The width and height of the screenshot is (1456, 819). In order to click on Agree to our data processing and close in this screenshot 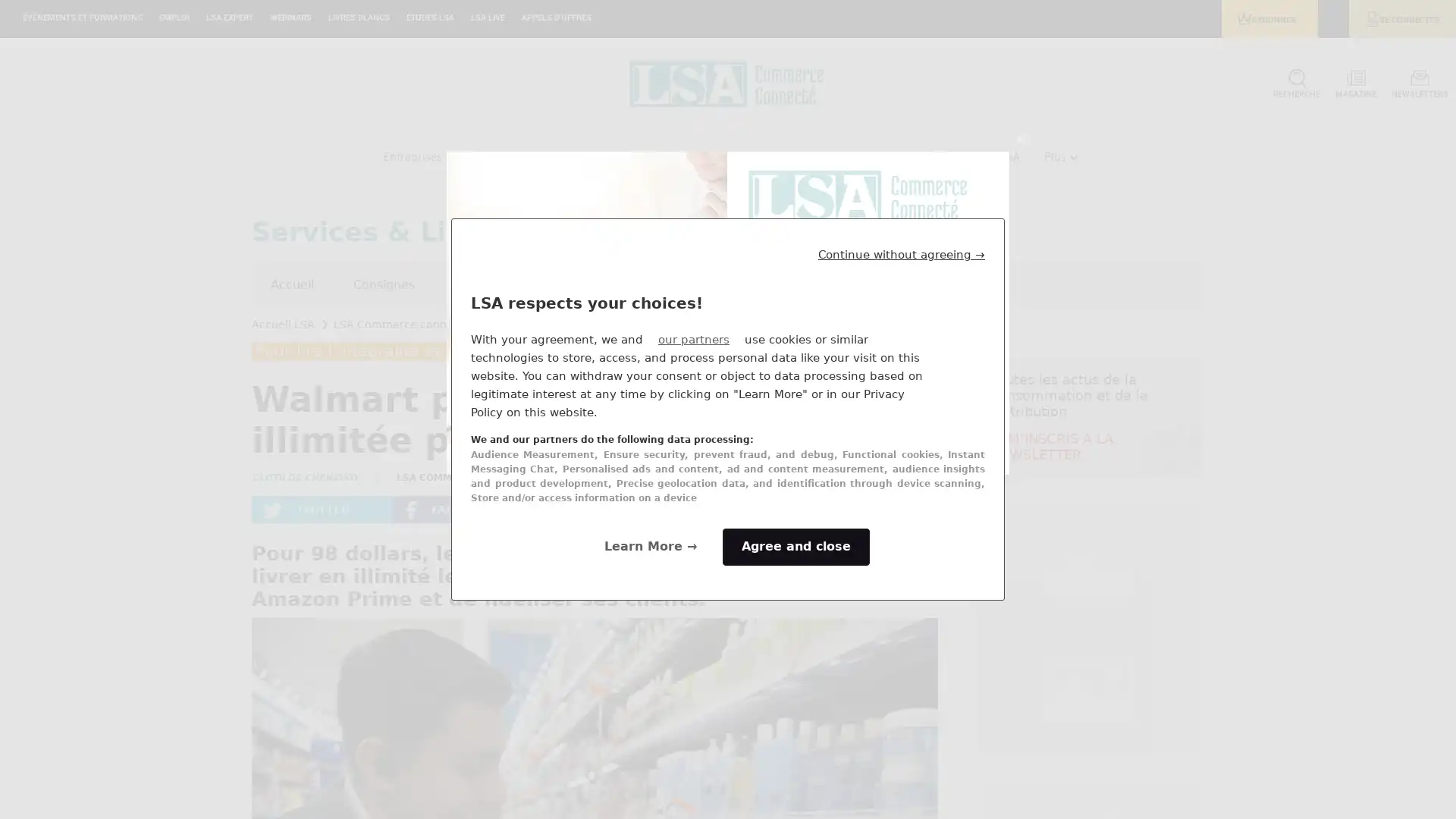, I will do `click(795, 547)`.